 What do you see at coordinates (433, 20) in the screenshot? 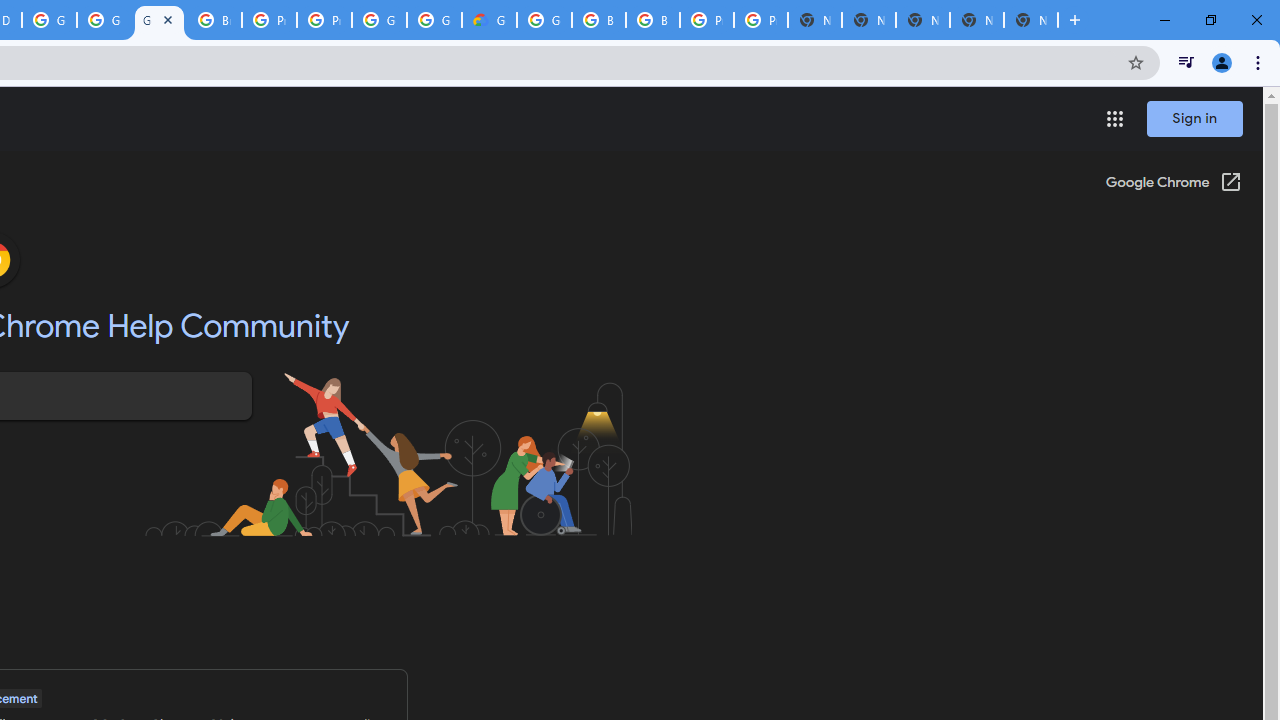
I see `'Google Cloud Platform'` at bounding box center [433, 20].